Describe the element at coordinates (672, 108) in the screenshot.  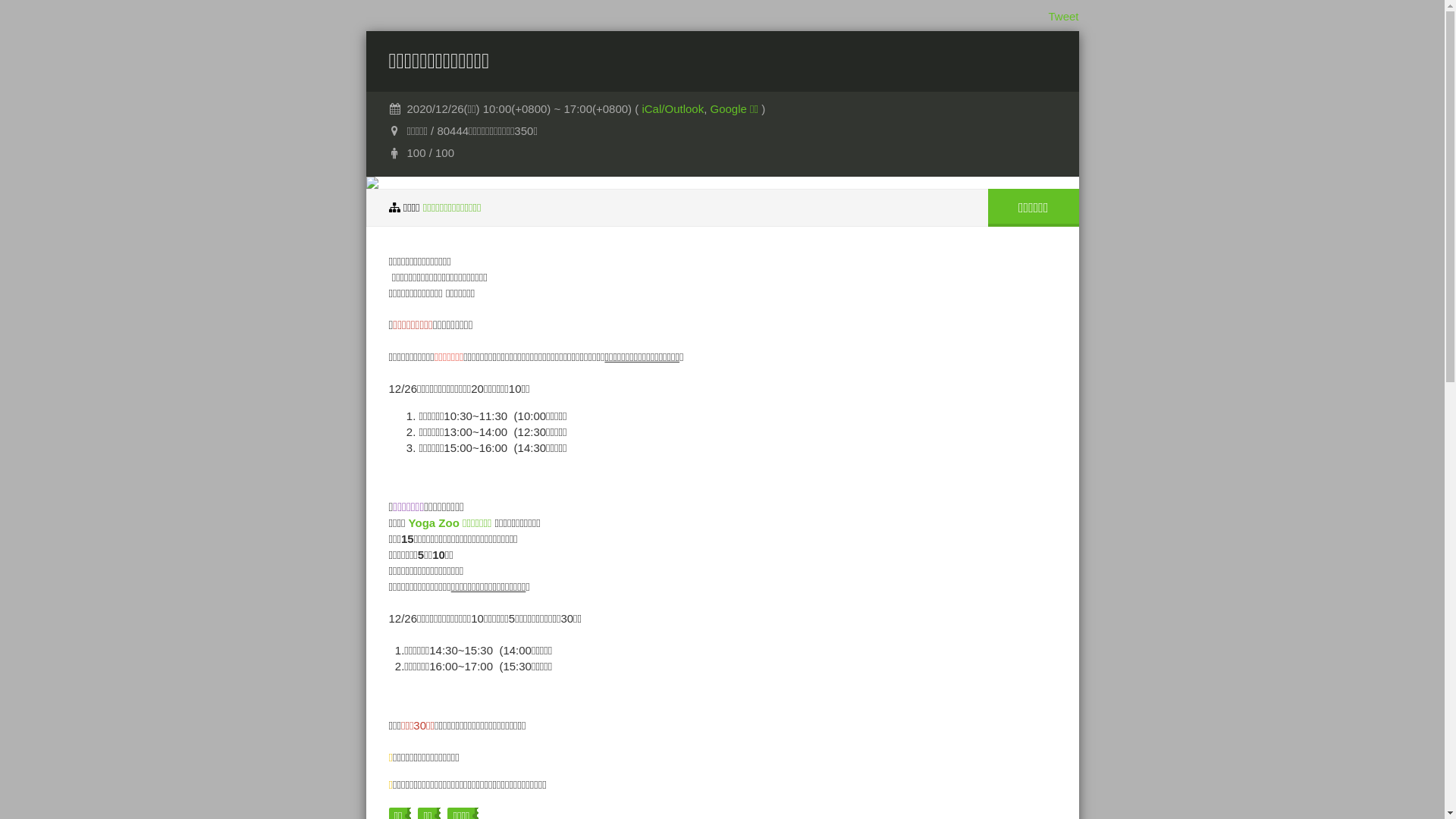
I see `'iCal/Outlook'` at that location.